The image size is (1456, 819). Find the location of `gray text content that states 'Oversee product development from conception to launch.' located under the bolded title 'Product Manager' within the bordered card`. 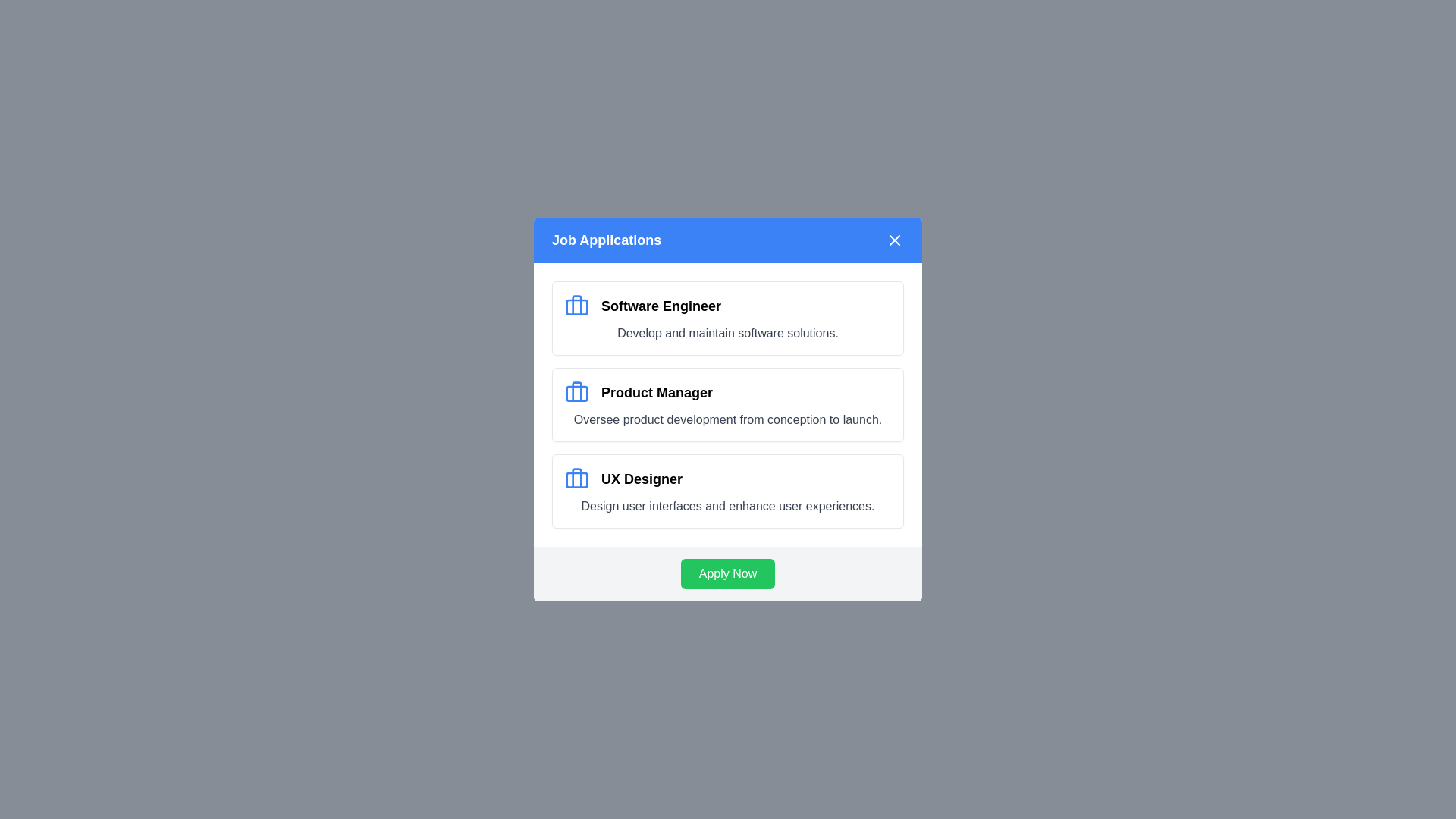

gray text content that states 'Oversee product development from conception to launch.' located under the bolded title 'Product Manager' within the bordered card is located at coordinates (728, 420).